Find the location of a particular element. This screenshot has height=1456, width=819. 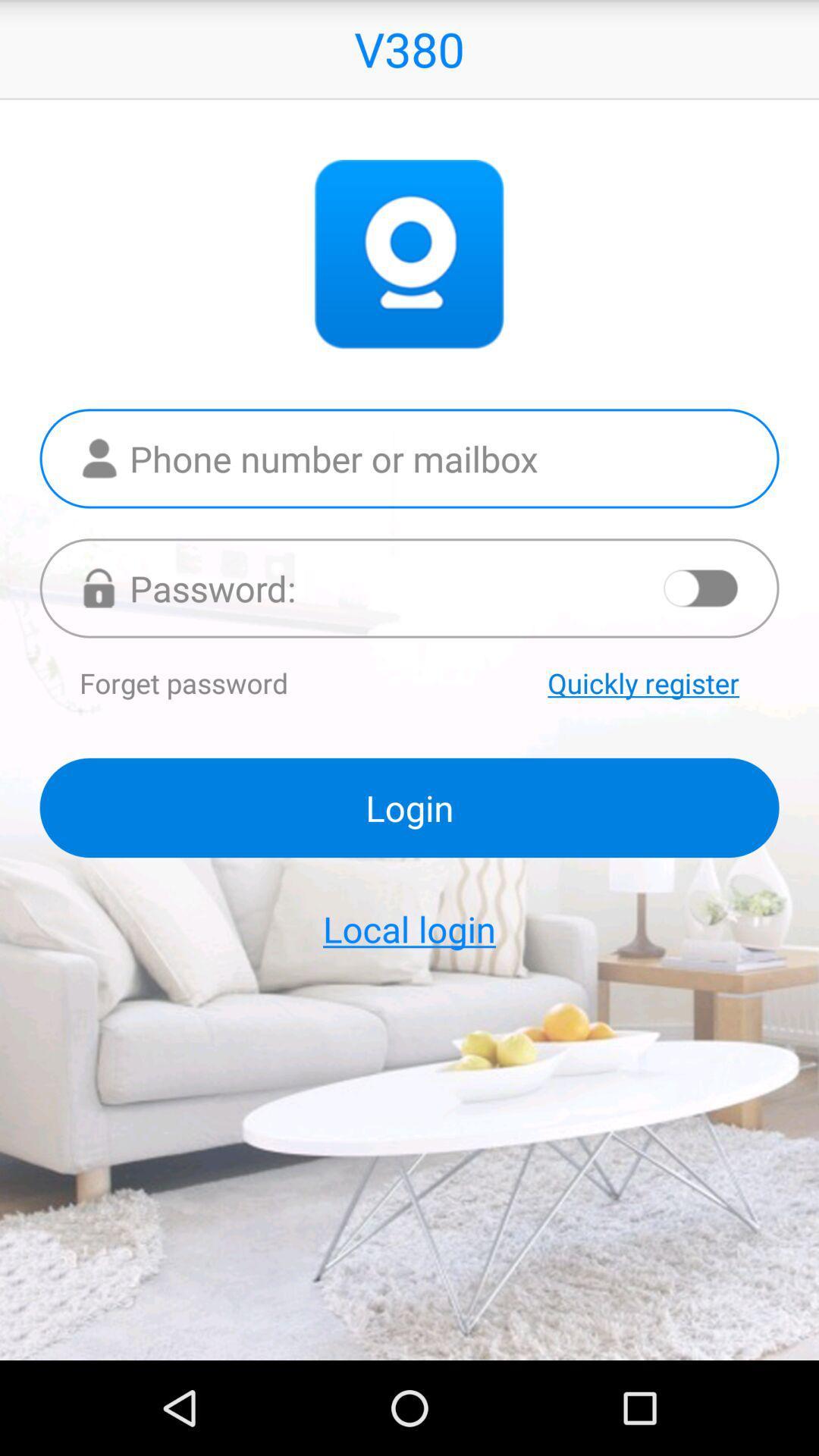

login page is located at coordinates (409, 587).